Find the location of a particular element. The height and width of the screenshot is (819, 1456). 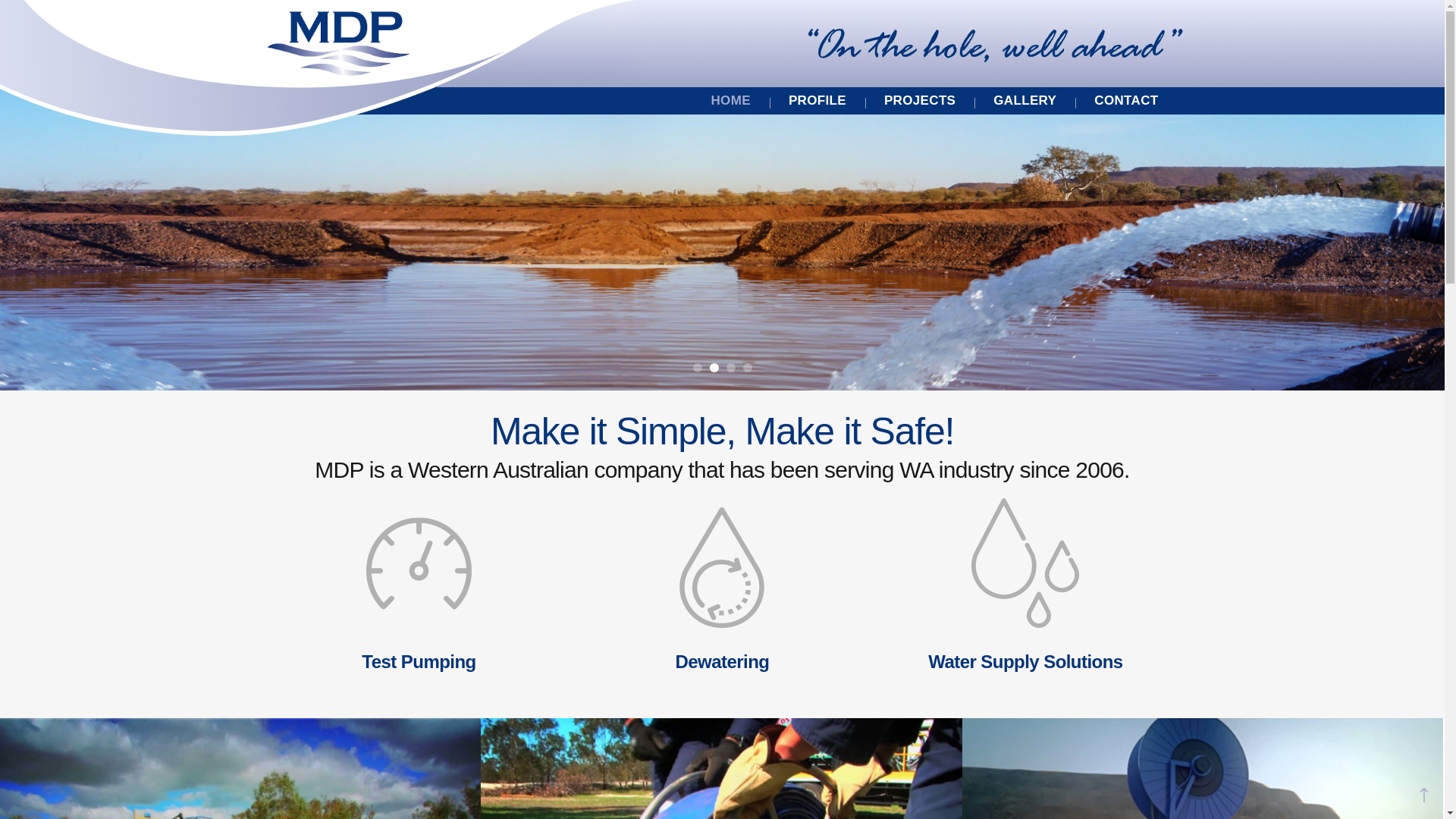

'HOME' is located at coordinates (731, 100).